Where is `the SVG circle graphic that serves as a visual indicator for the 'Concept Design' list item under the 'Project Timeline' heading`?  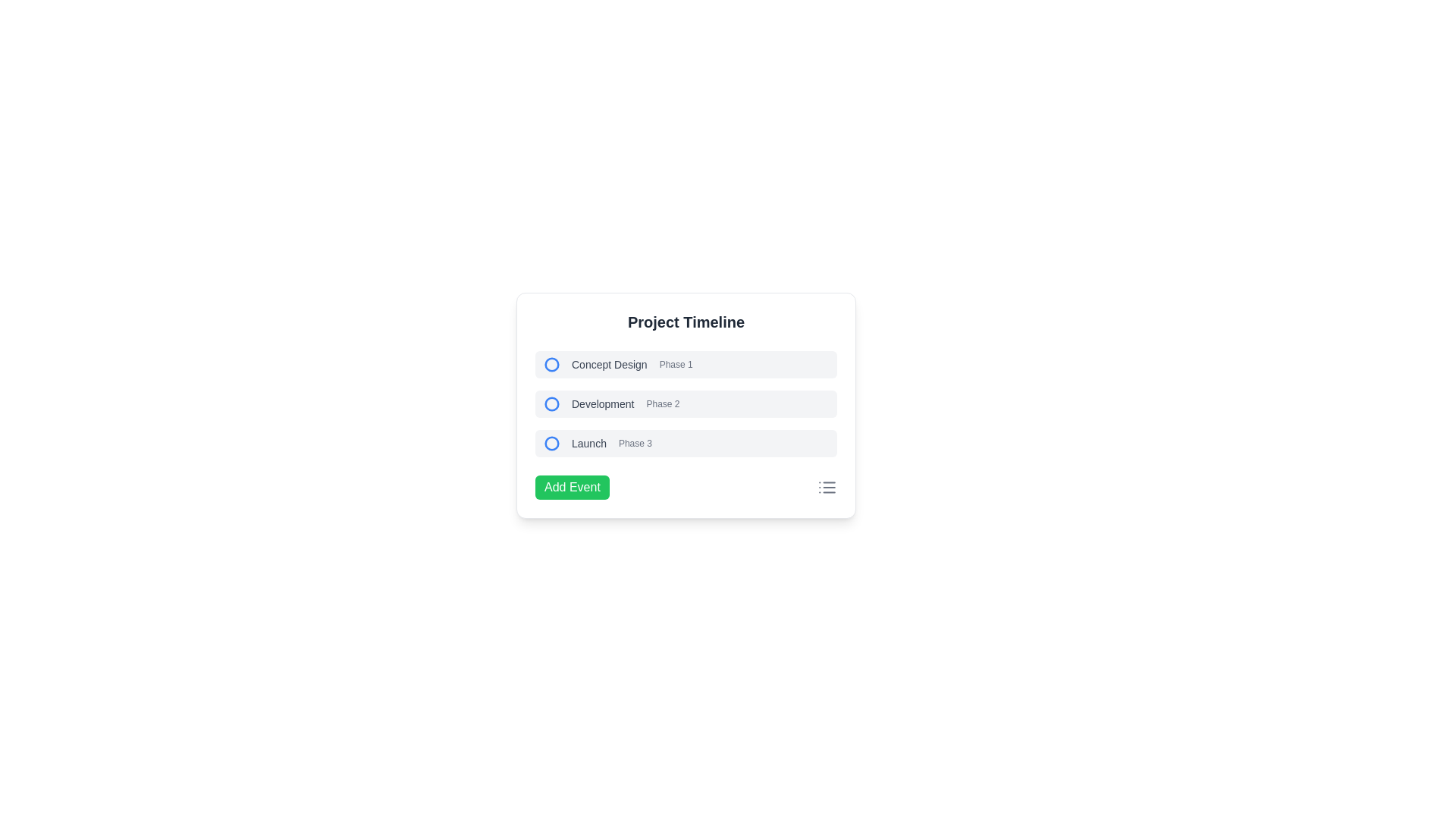
the SVG circle graphic that serves as a visual indicator for the 'Concept Design' list item under the 'Project Timeline' heading is located at coordinates (551, 365).